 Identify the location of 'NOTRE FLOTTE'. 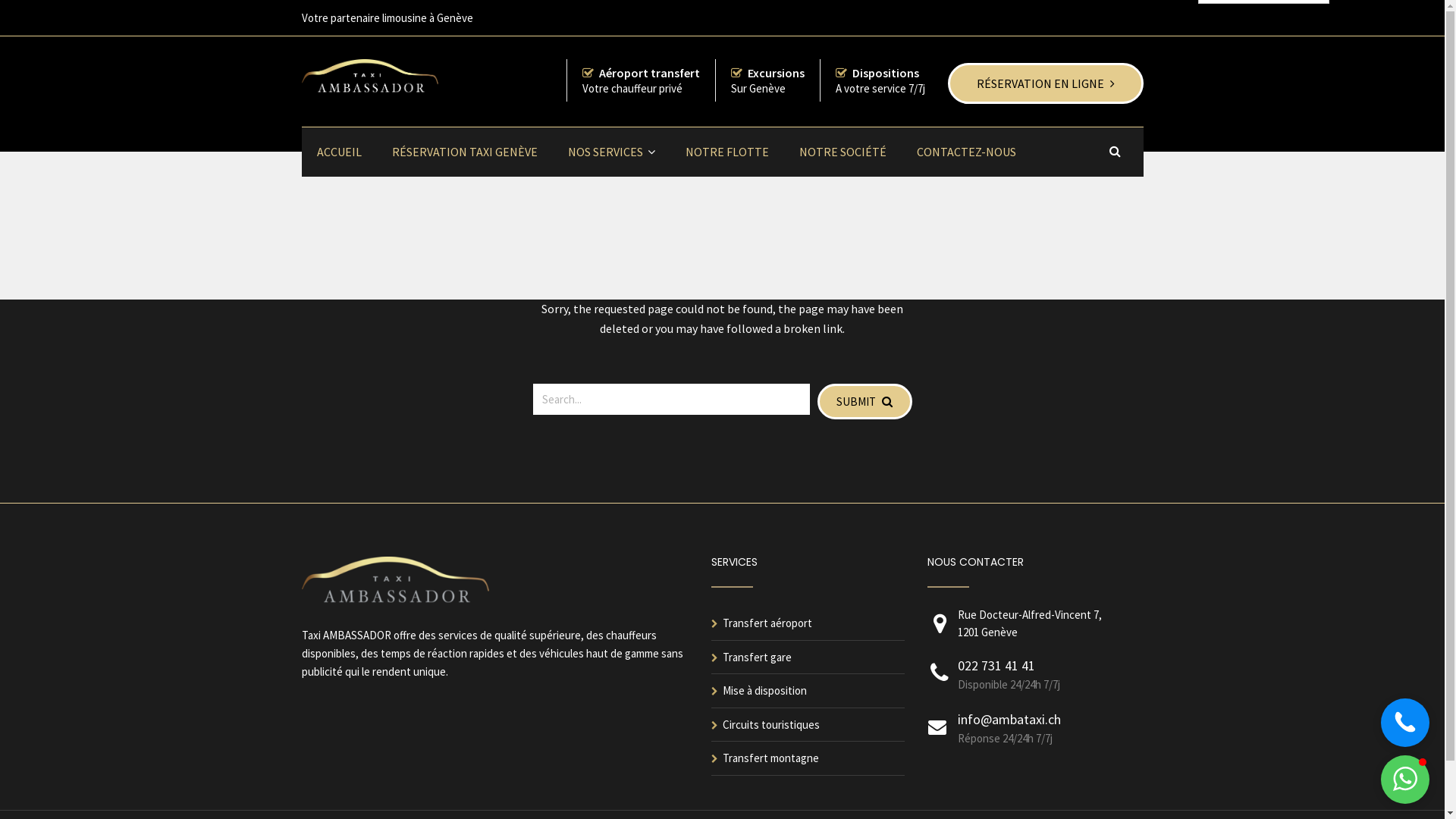
(726, 152).